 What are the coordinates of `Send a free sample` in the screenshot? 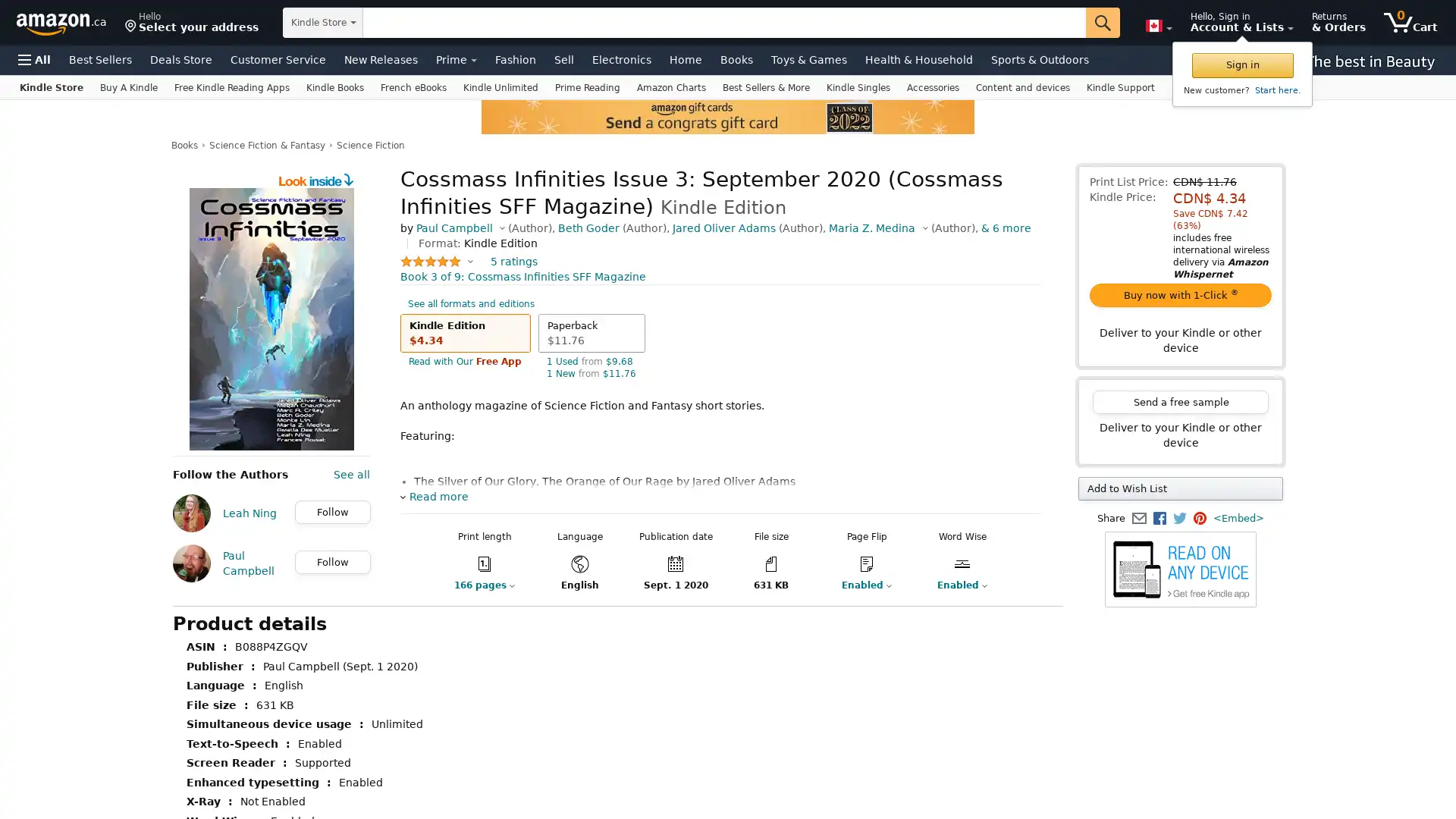 It's located at (1179, 401).